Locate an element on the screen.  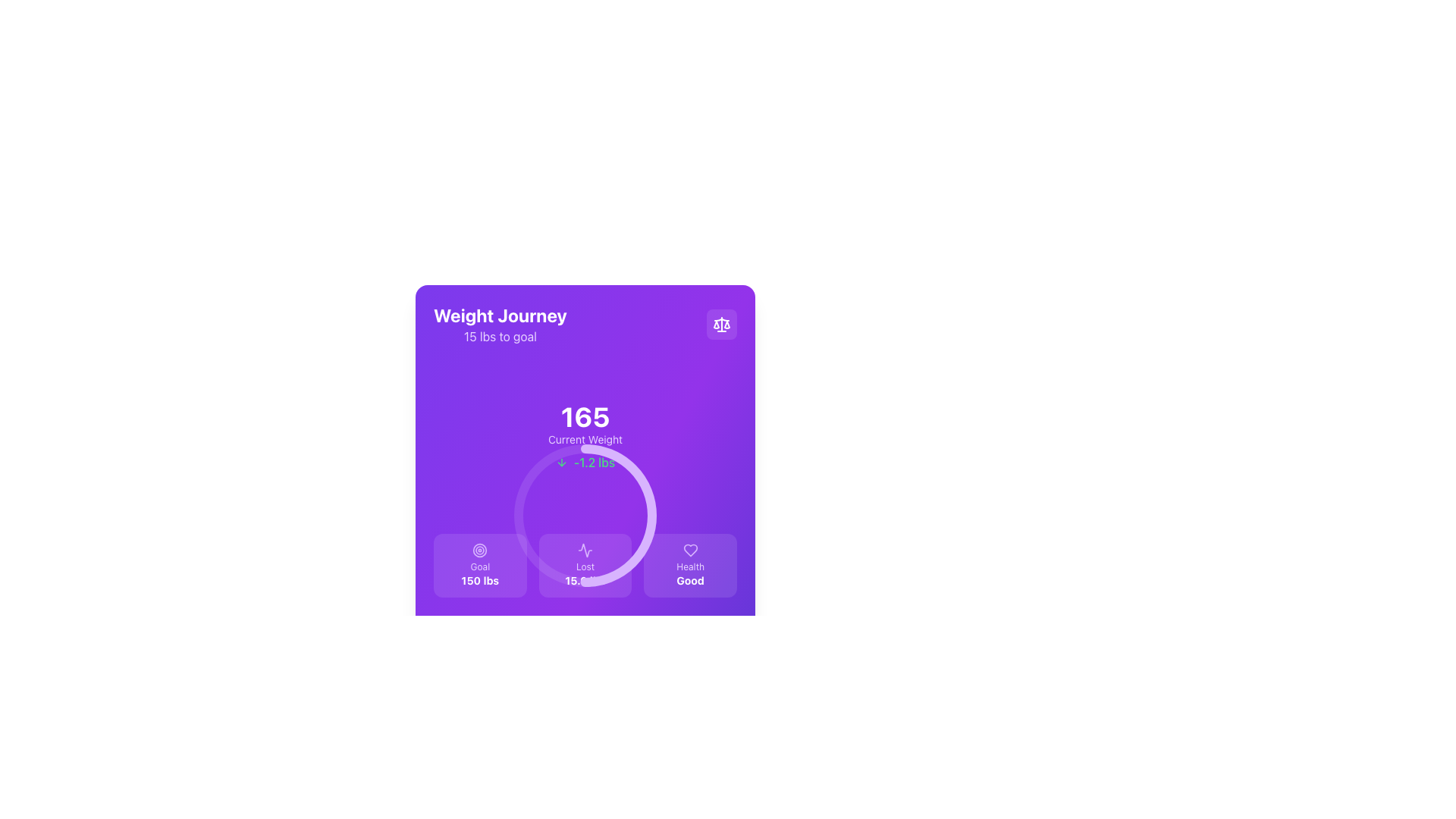
the Informative card that summarizes the weight lost by the user in pounds to possibly reveal more details is located at coordinates (585, 565).